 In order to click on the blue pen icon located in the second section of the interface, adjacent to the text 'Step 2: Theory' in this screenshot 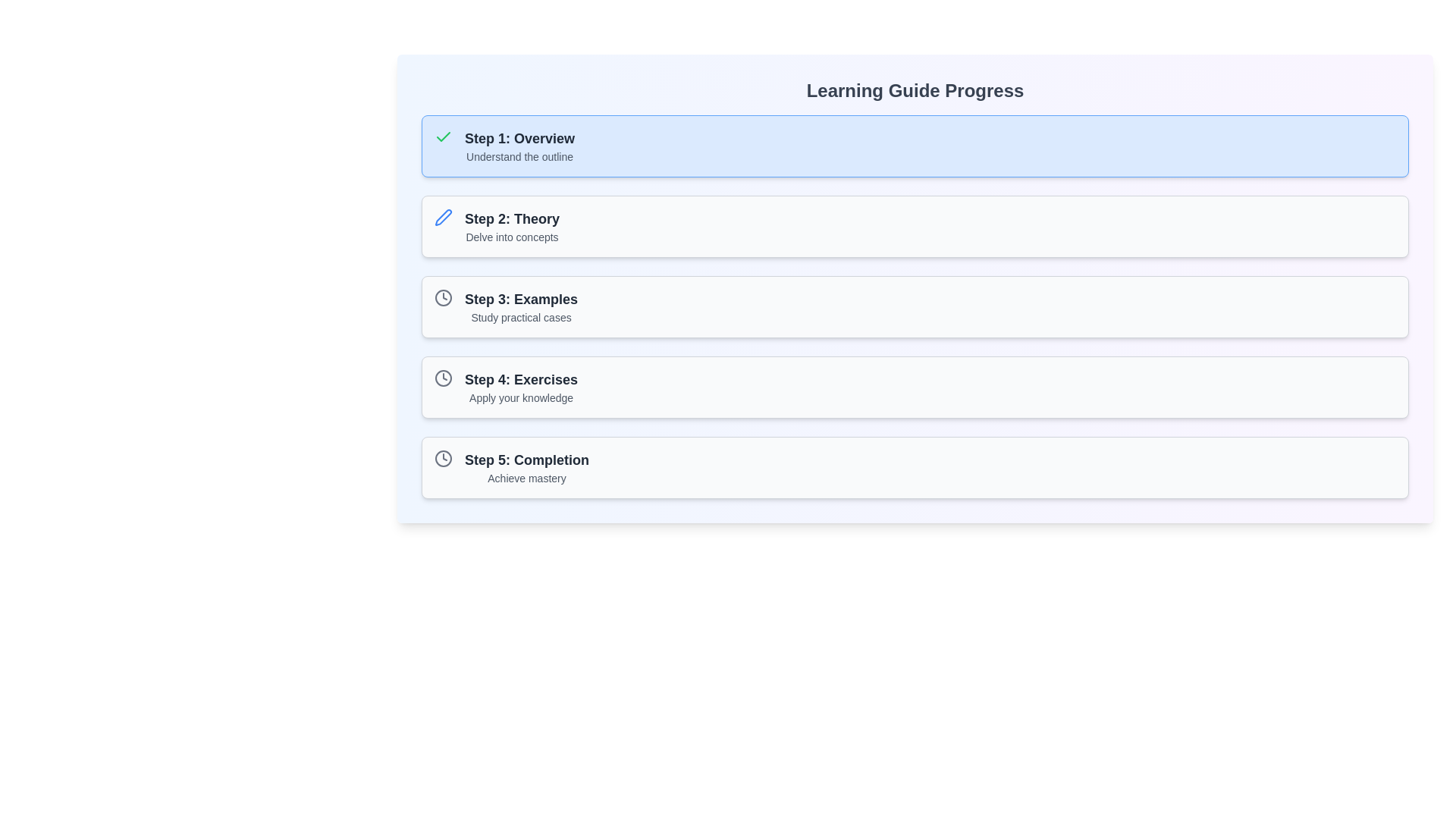, I will do `click(443, 217)`.